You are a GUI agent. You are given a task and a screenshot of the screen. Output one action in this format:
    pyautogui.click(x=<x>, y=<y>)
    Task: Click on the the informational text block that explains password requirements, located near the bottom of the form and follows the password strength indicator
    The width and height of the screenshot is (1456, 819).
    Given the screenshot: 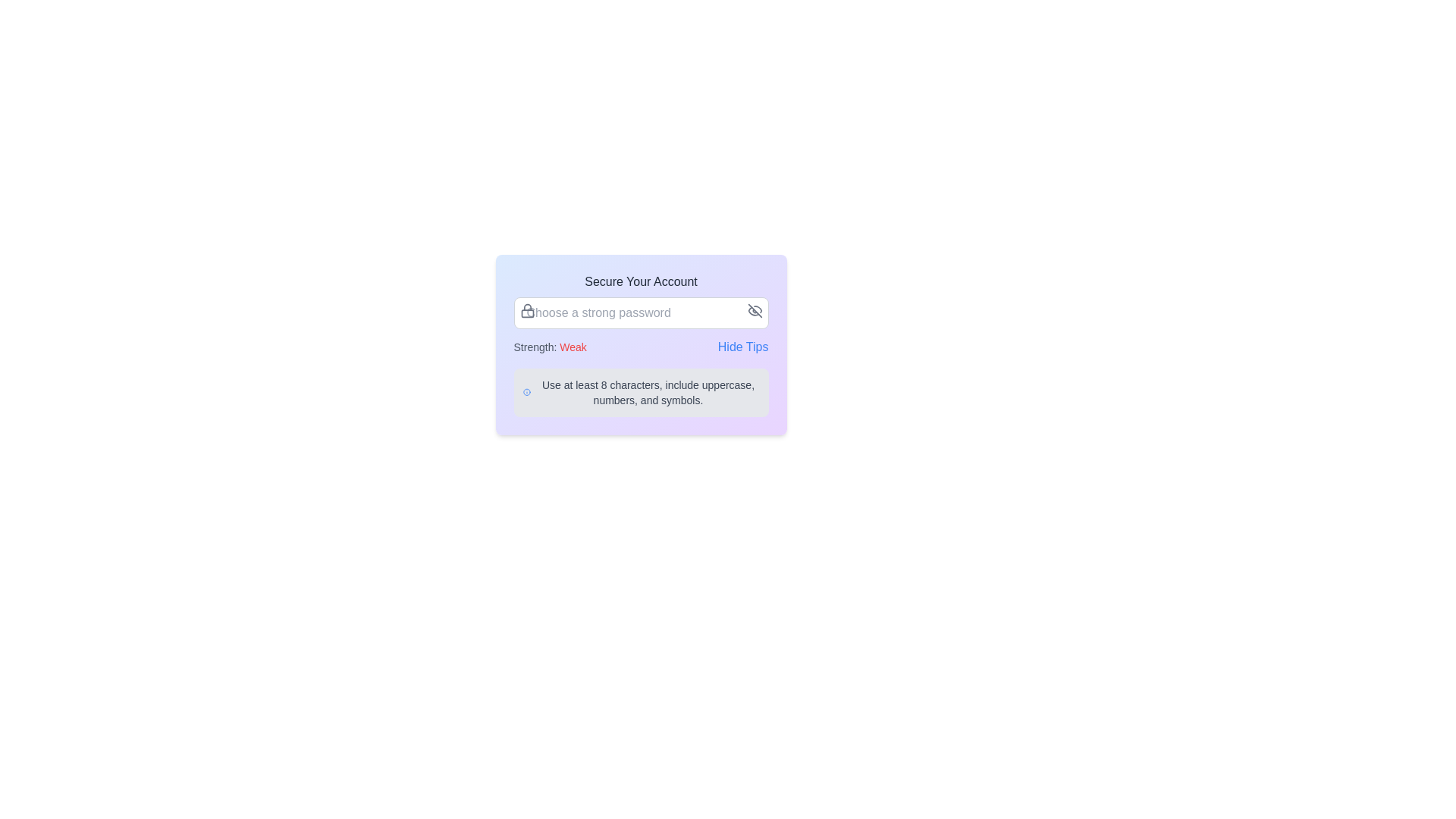 What is the action you would take?
    pyautogui.click(x=641, y=391)
    